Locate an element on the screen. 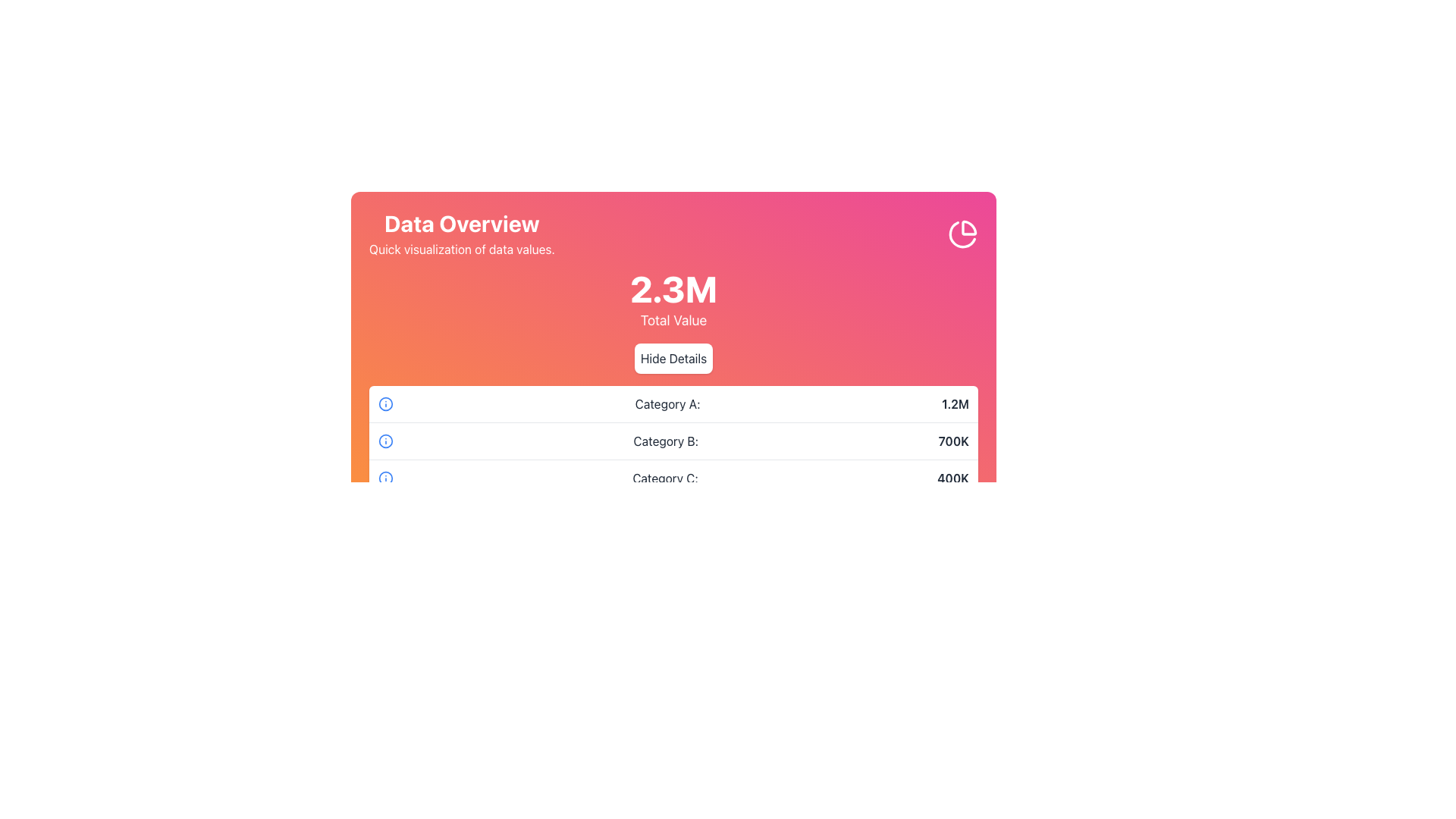  the information icon aligned with 'Category B: 700K' for accessibility navigation is located at coordinates (385, 441).